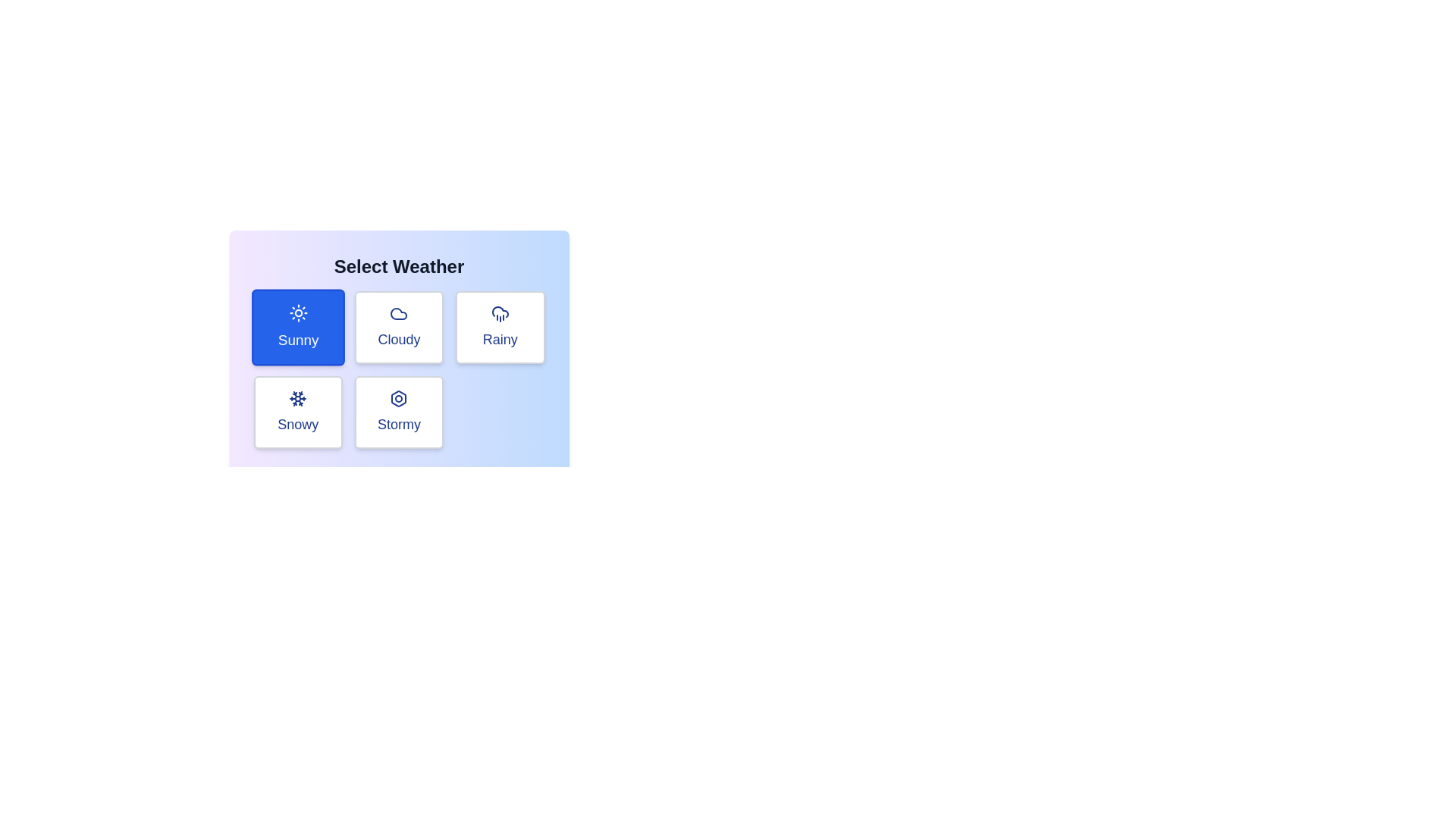 The image size is (1456, 819). Describe the element at coordinates (500, 327) in the screenshot. I see `the 'Rainy' option button located in the top-right part of the 3x2 grid layout, which is the third button in the first row` at that location.